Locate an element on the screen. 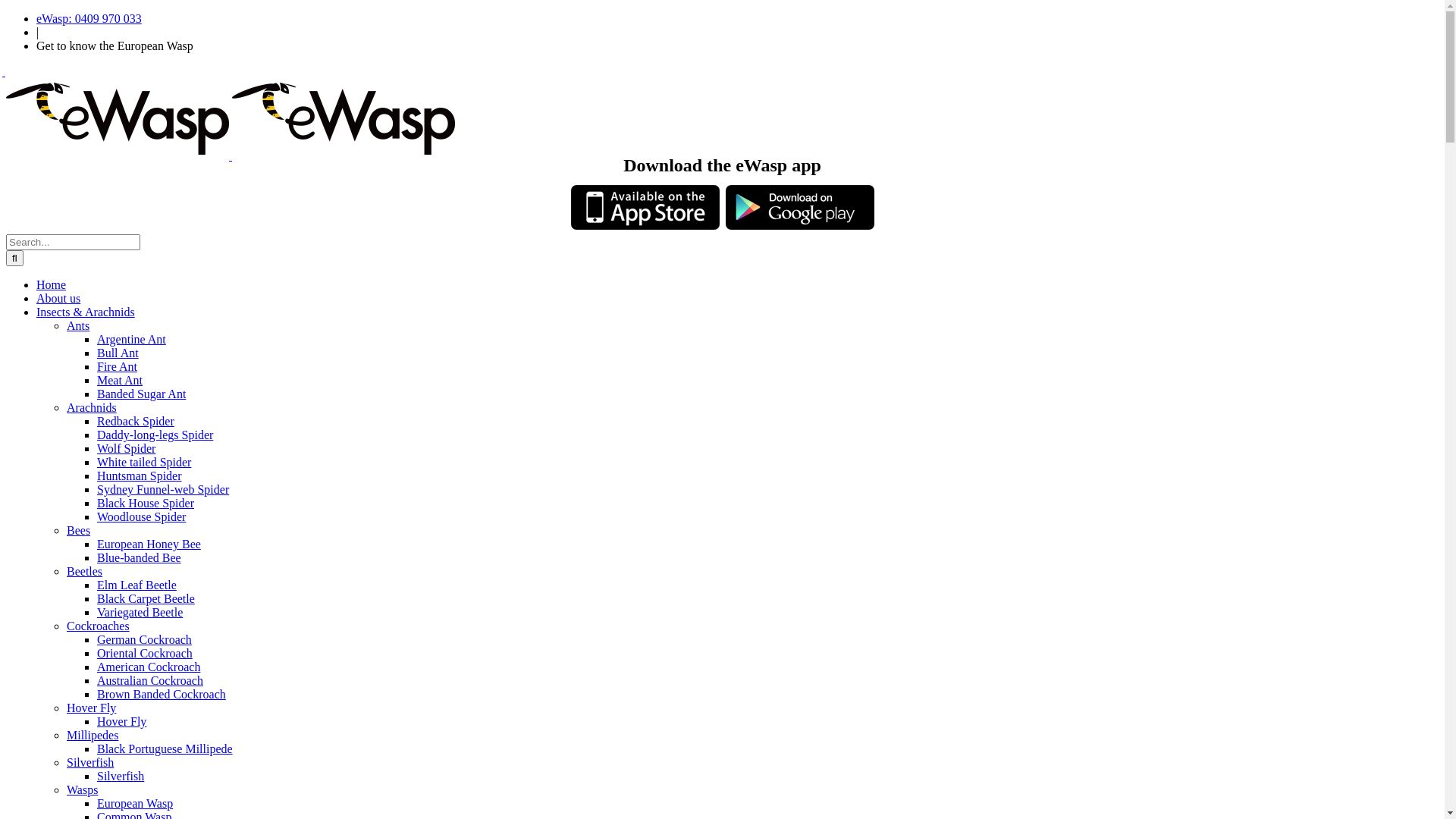  'Wasps' is located at coordinates (81, 789).